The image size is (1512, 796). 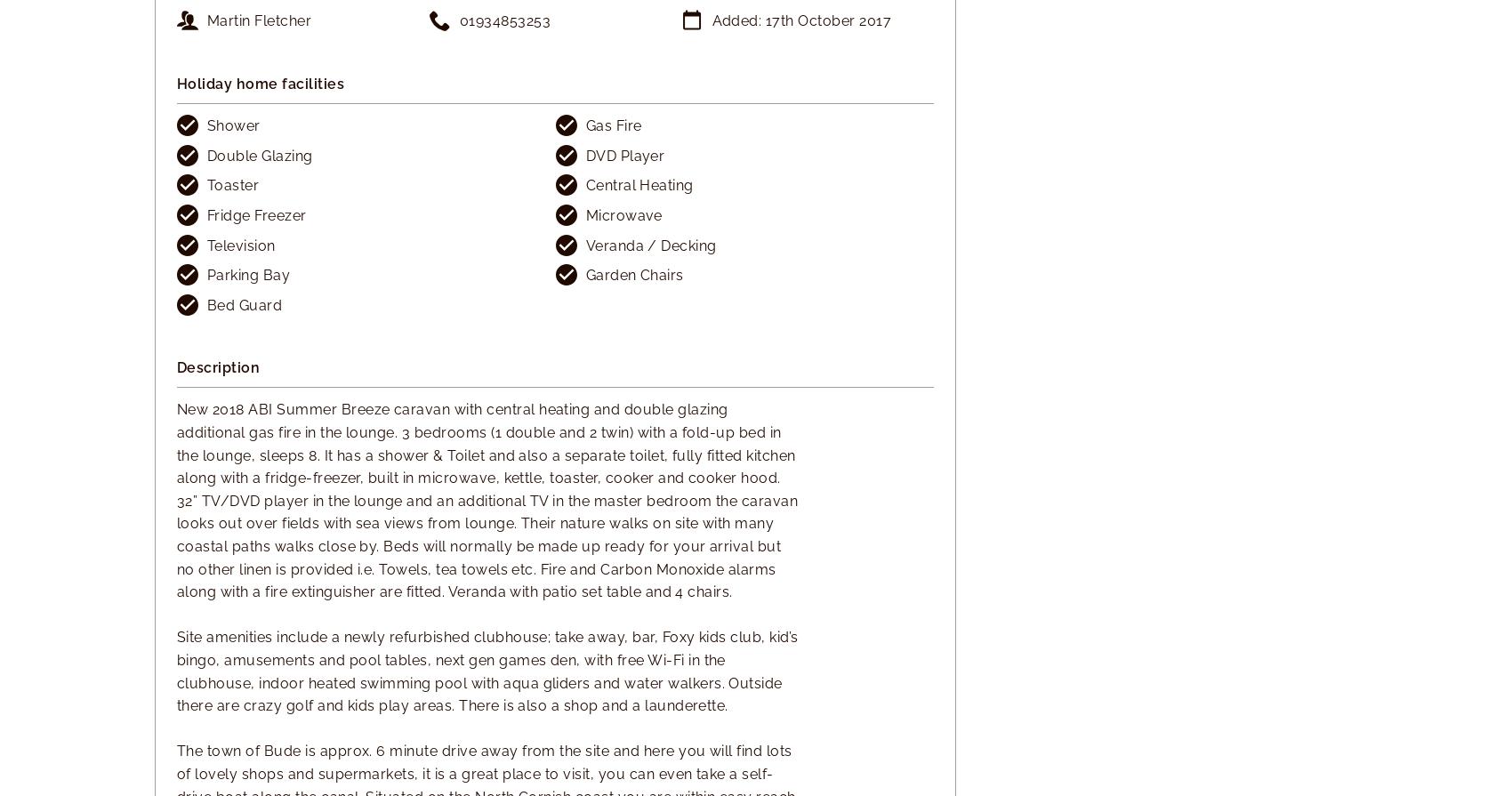 I want to click on 'Bed Guard', so click(x=245, y=304).